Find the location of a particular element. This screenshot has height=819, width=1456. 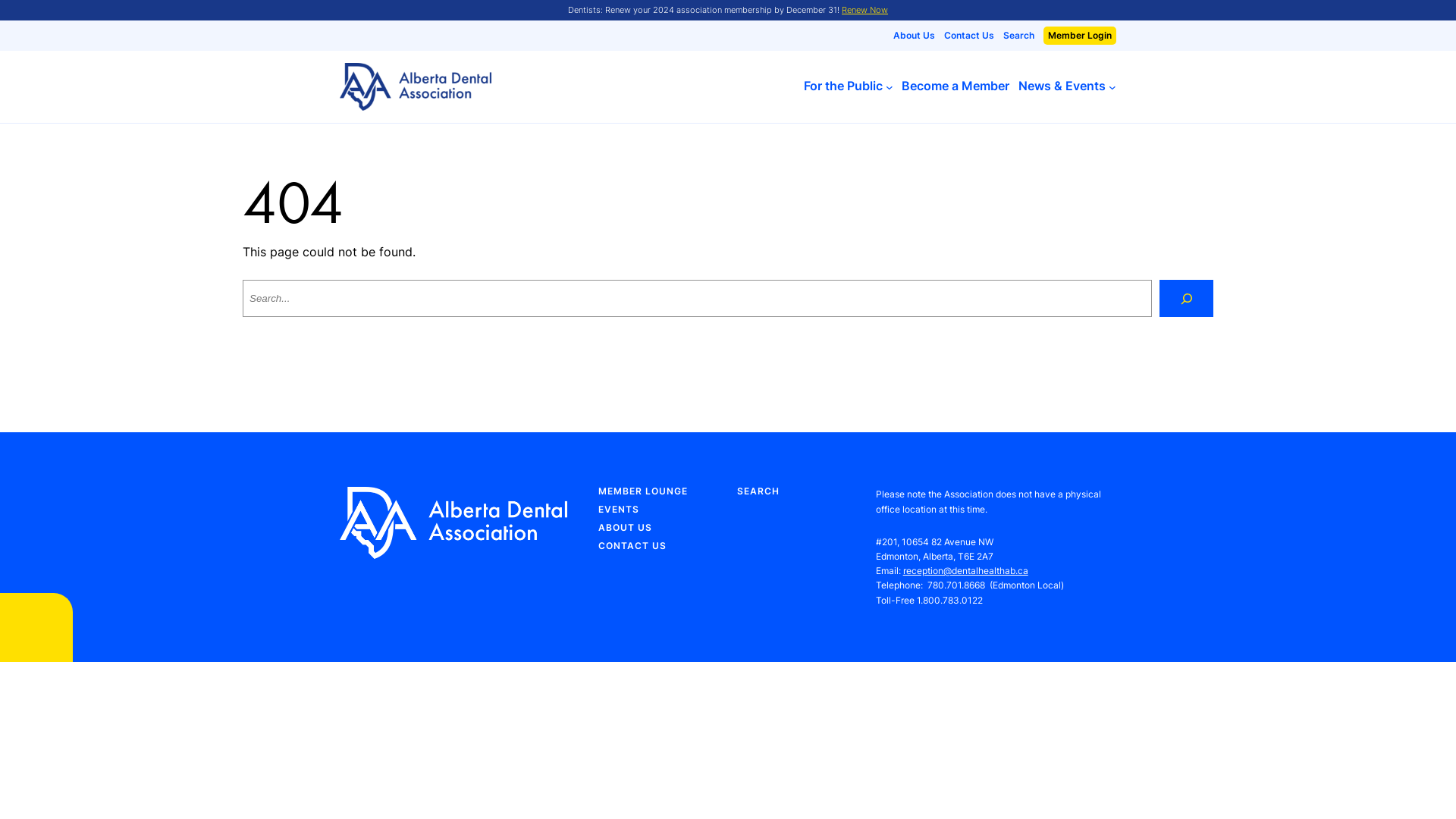

'Renew Now' is located at coordinates (840, 9).